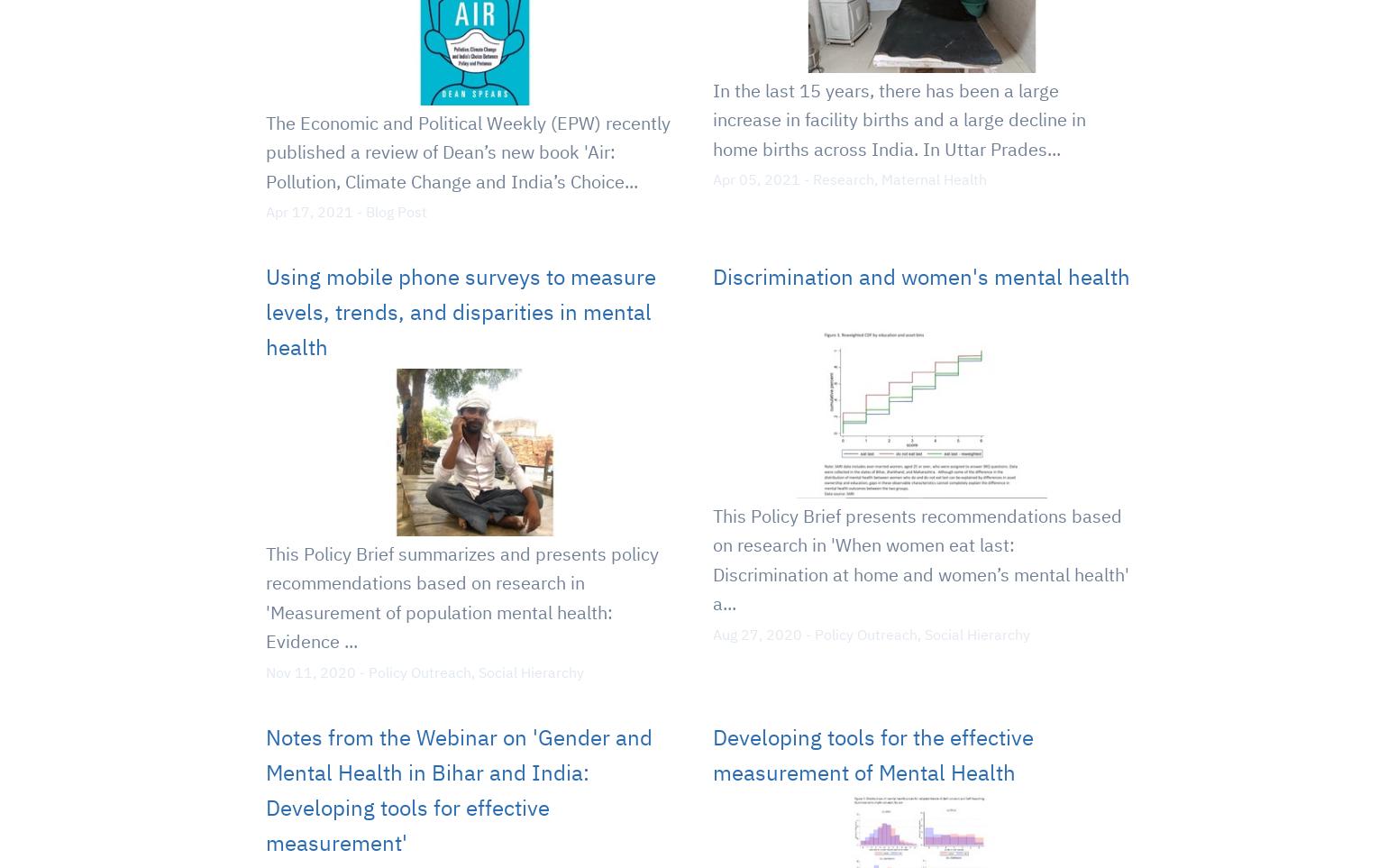  I want to click on 'Apr 17, 2021', so click(308, 211).